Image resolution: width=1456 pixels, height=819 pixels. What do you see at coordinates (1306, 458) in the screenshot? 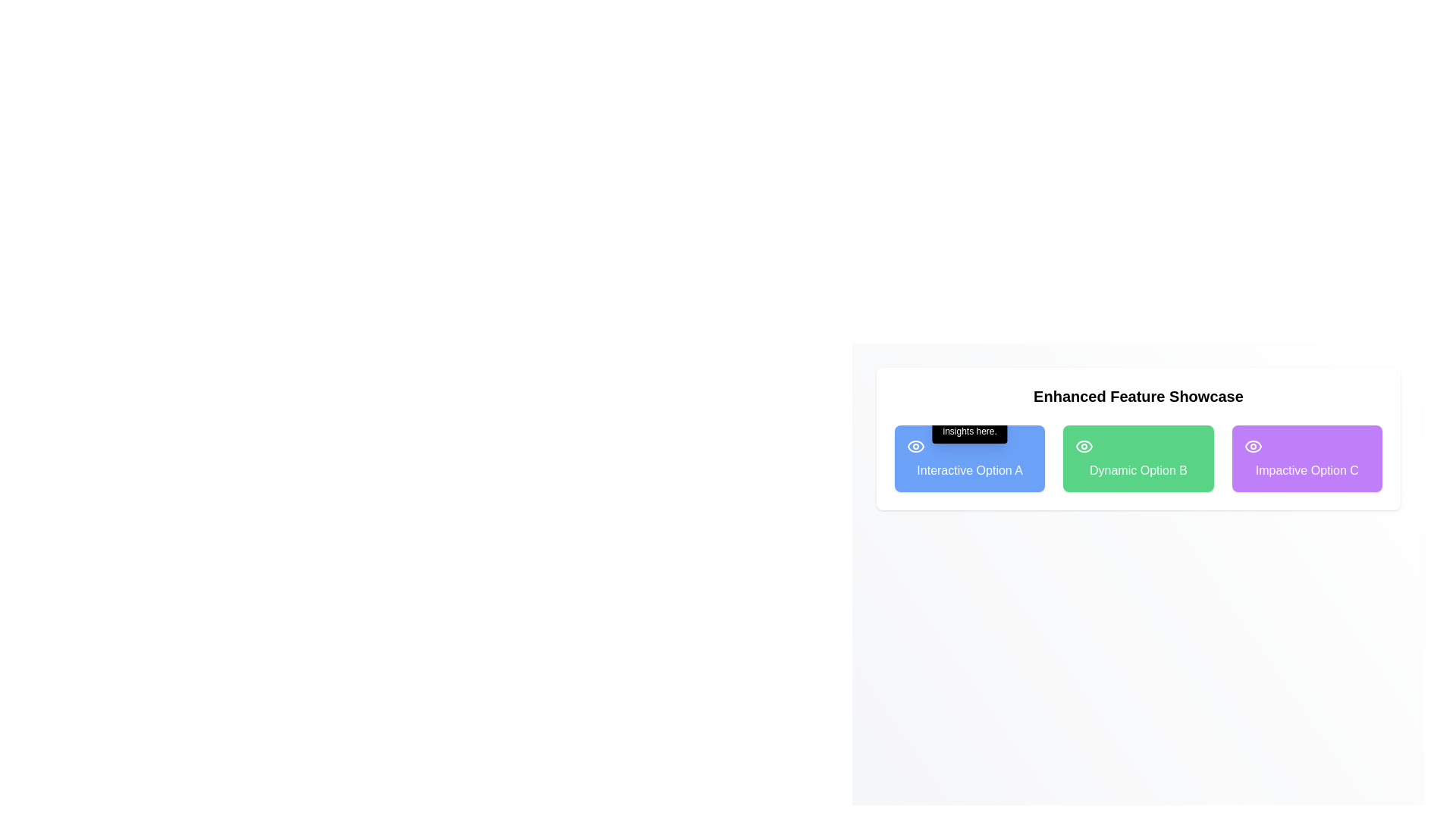
I see `the 'Impactive Option C' card, which is the third card in a horizontal arrangement under the title 'Enhanced Feature Showcase'` at bounding box center [1306, 458].